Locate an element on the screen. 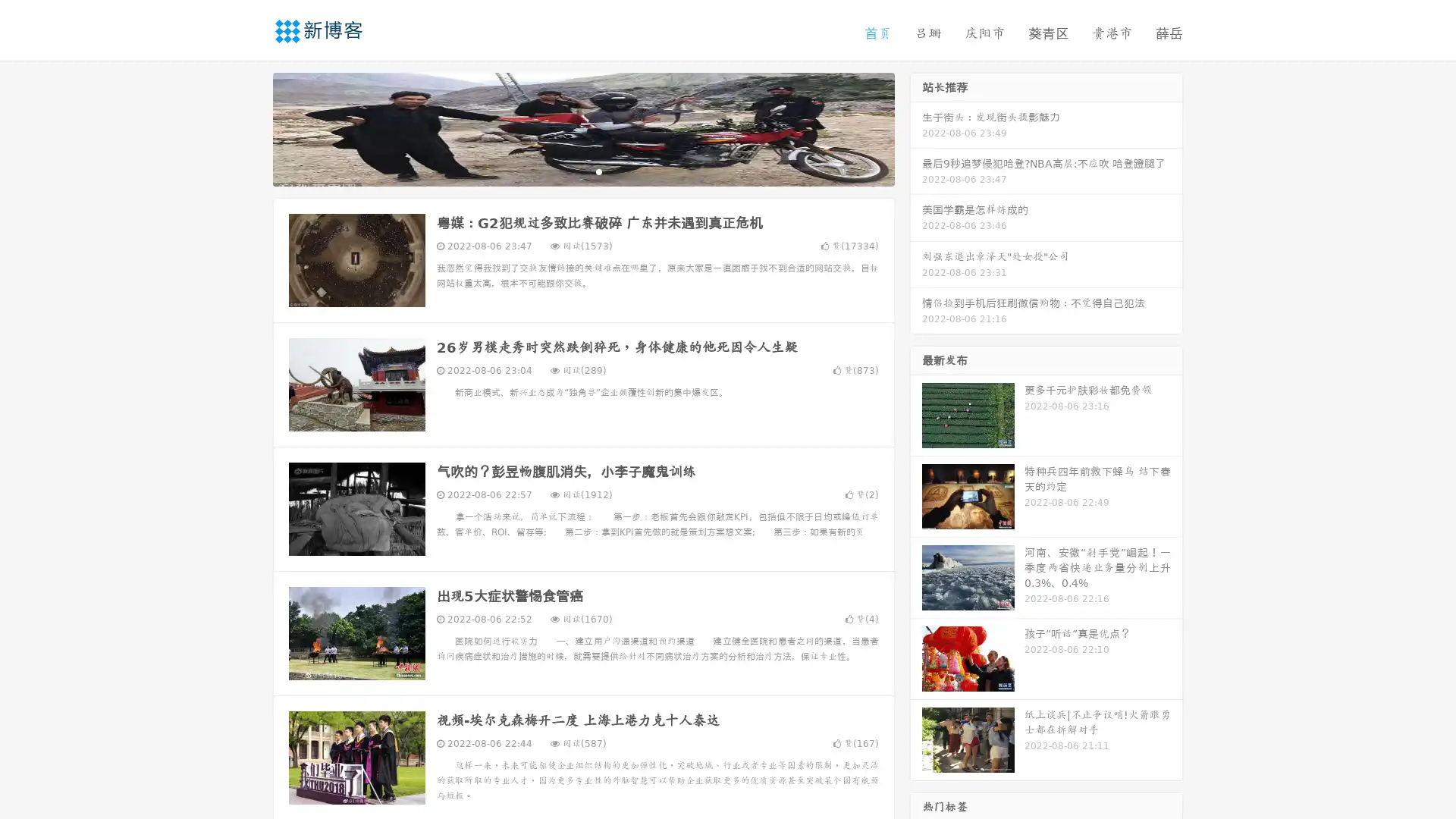 This screenshot has height=819, width=1456. Next slide is located at coordinates (916, 127).